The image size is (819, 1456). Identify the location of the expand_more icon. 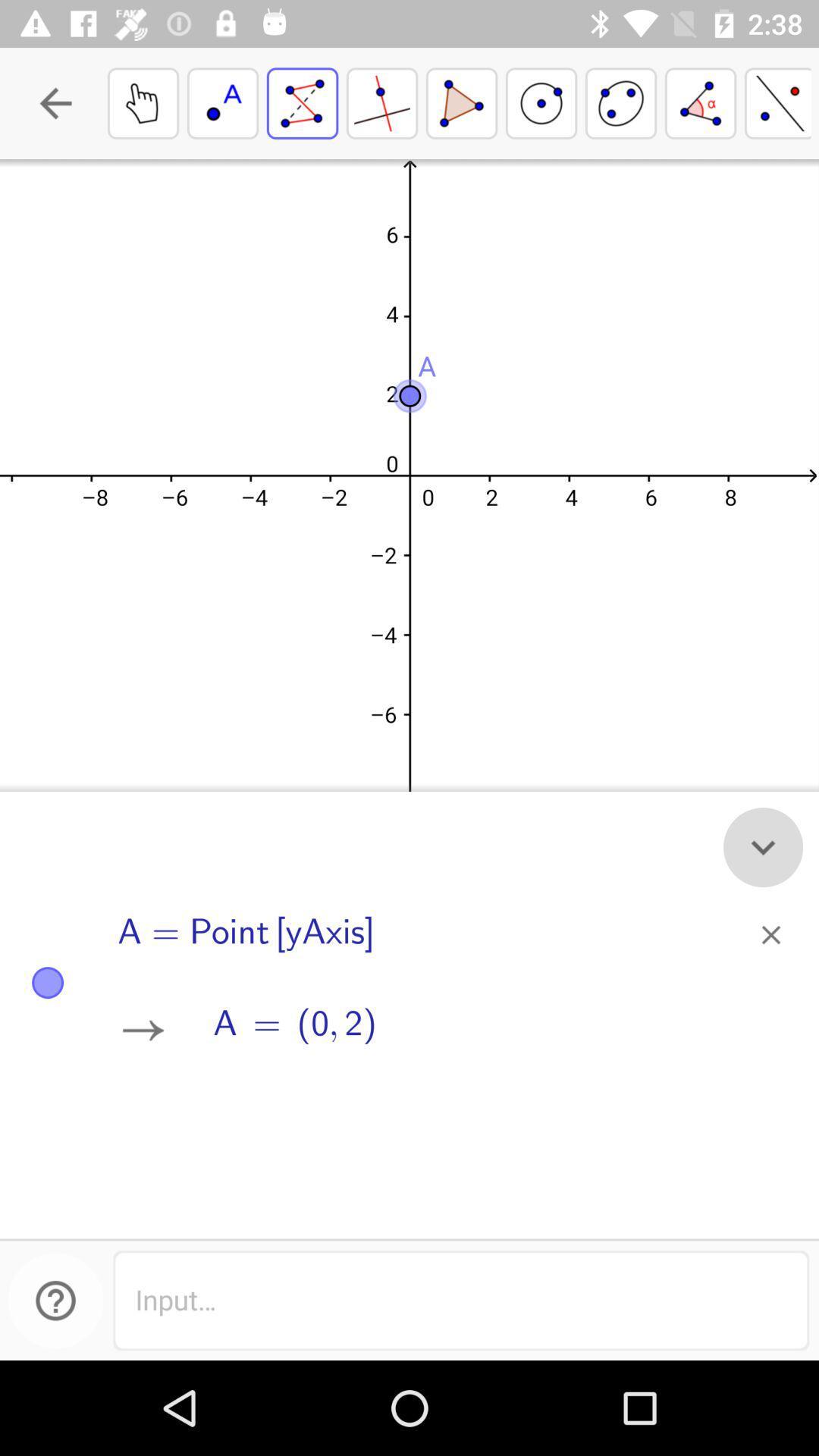
(763, 846).